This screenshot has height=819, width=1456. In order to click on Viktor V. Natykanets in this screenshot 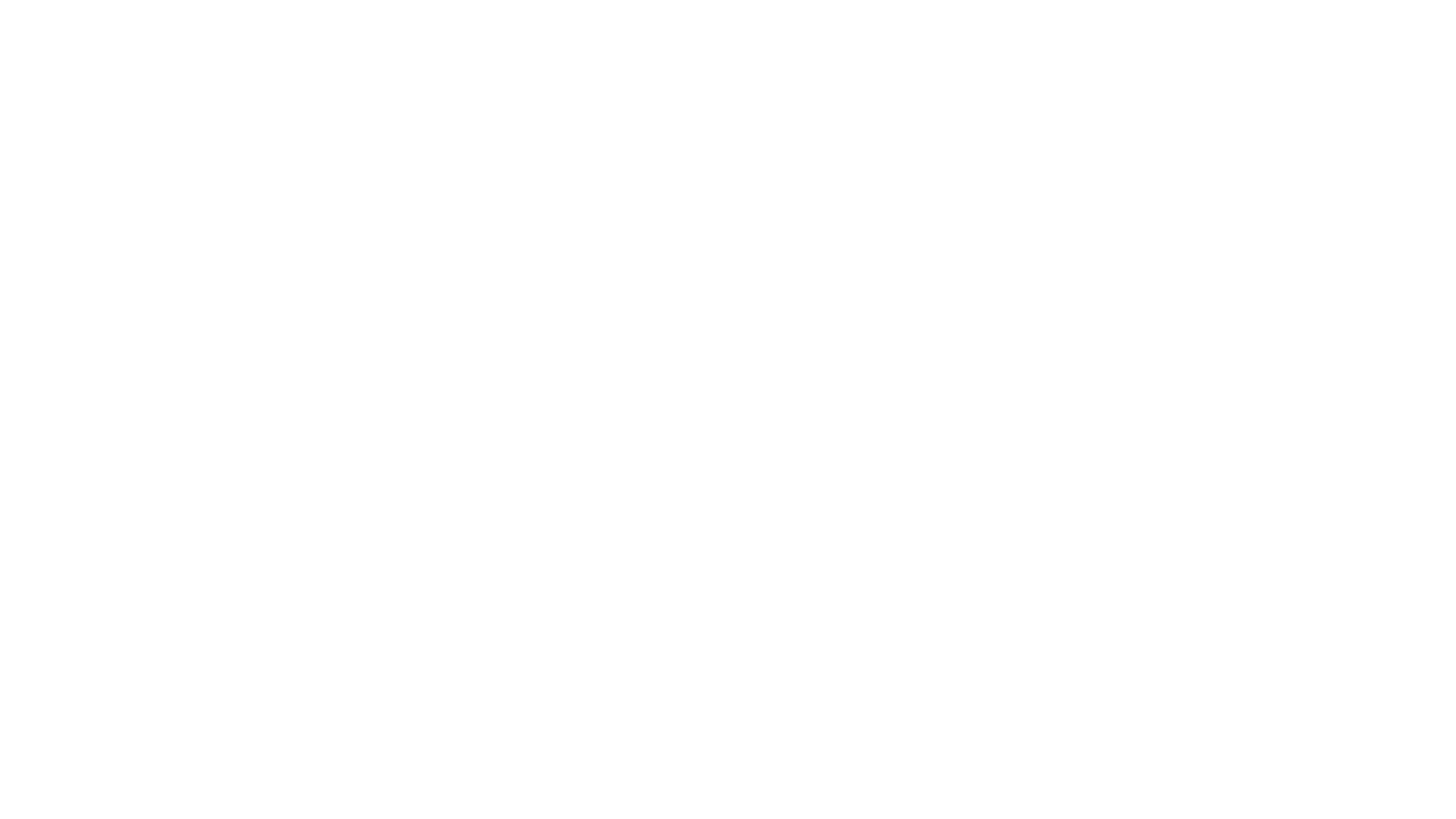, I will do `click(1154, 185)`.